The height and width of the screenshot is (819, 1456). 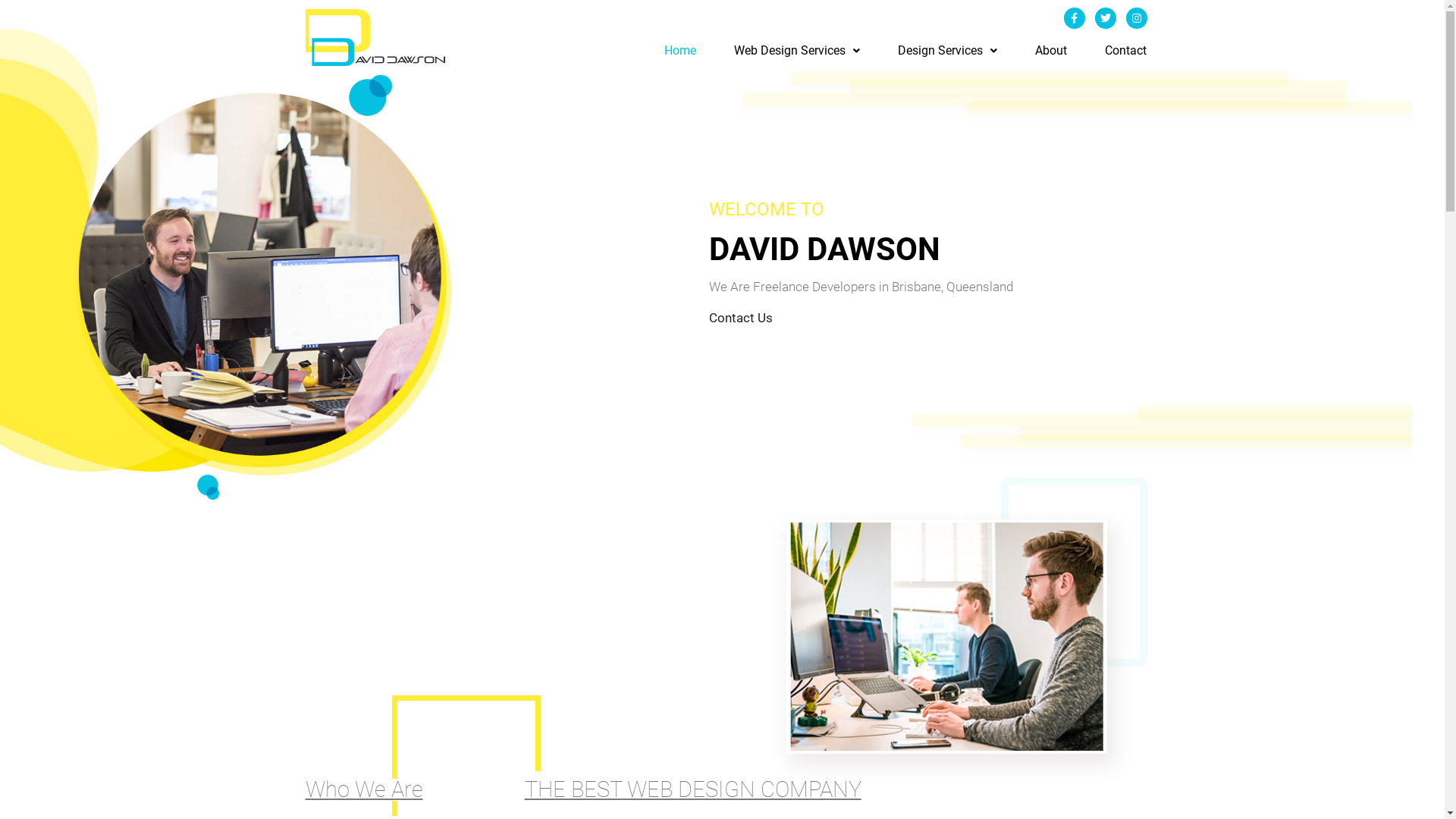 What do you see at coordinates (796, 49) in the screenshot?
I see `'Web Design Services'` at bounding box center [796, 49].